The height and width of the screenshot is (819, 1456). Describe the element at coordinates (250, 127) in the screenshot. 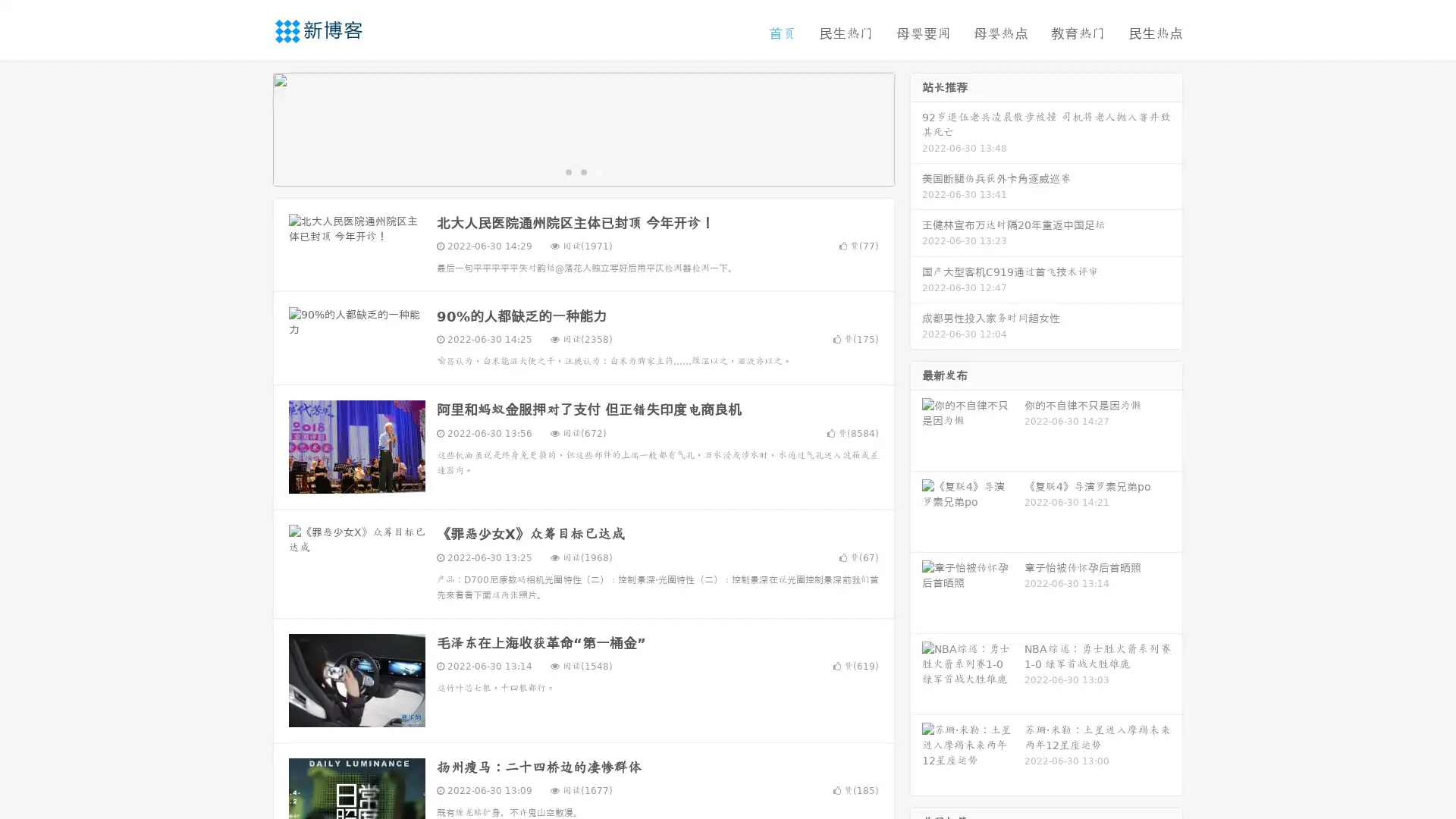

I see `Previous slide` at that location.